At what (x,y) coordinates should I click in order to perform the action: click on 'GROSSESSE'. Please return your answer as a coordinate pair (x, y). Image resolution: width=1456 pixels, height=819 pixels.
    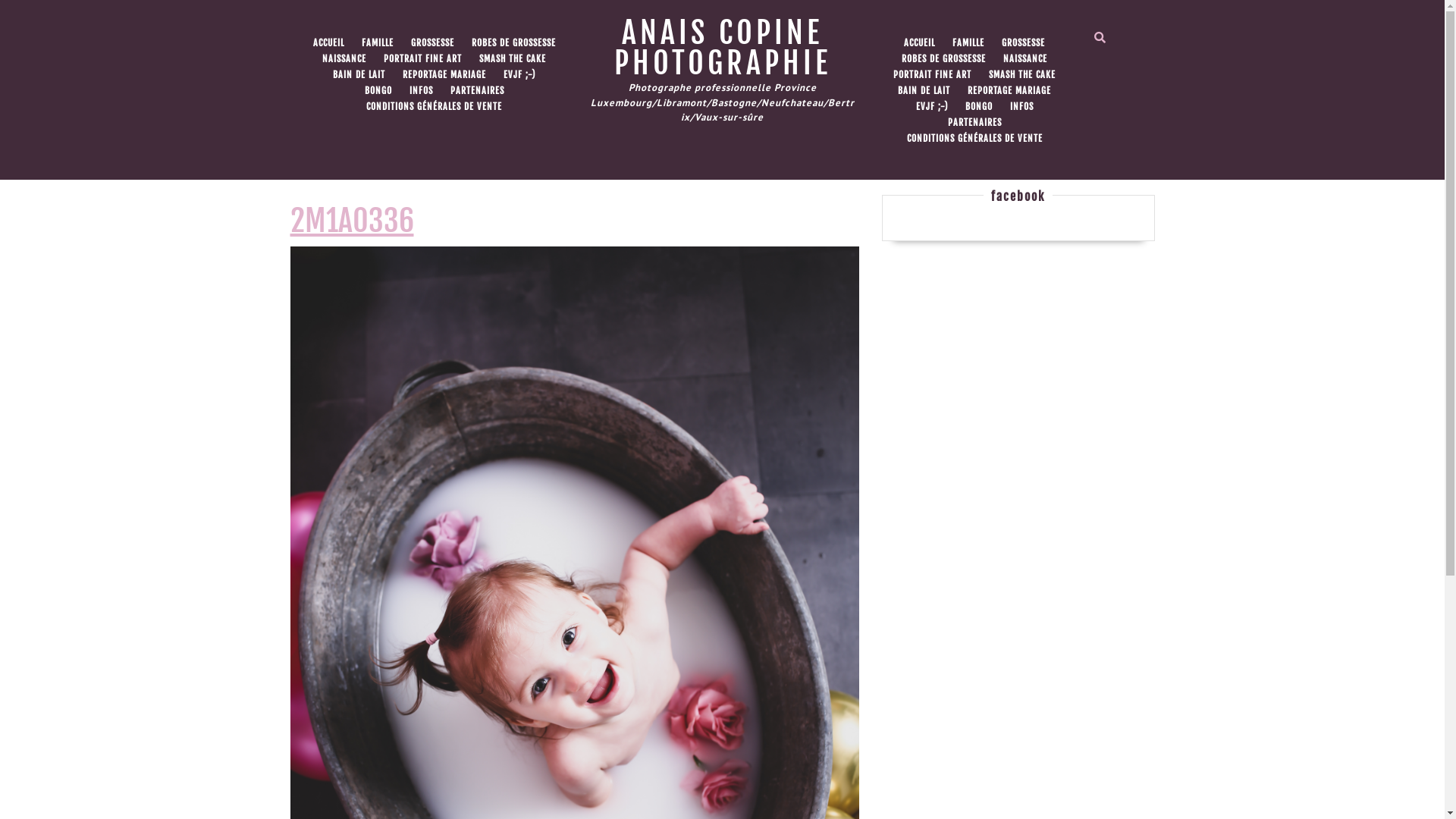
    Looking at the image, I should click on (431, 42).